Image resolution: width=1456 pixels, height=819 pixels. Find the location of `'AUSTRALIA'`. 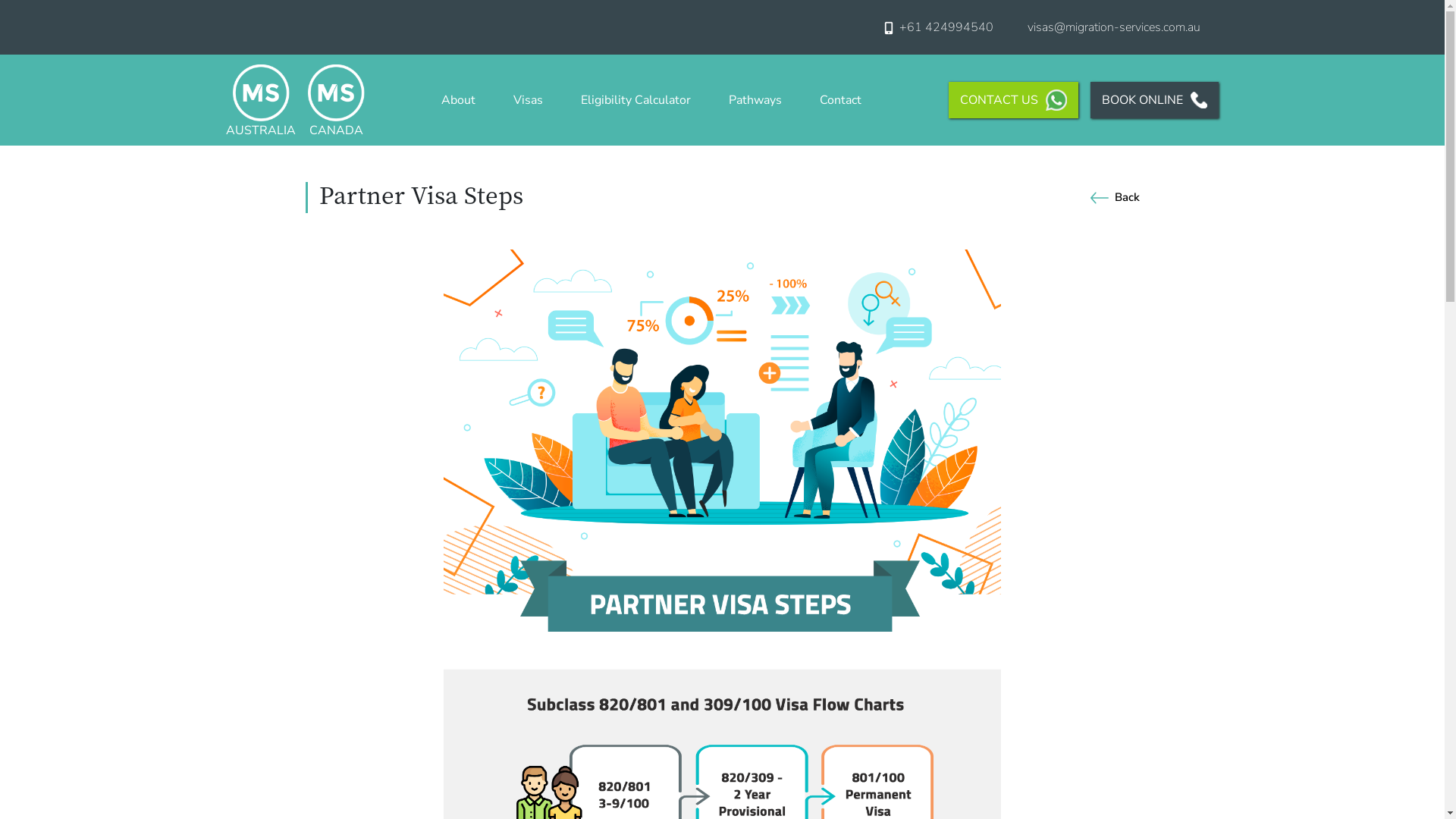

'AUSTRALIA' is located at coordinates (224, 99).